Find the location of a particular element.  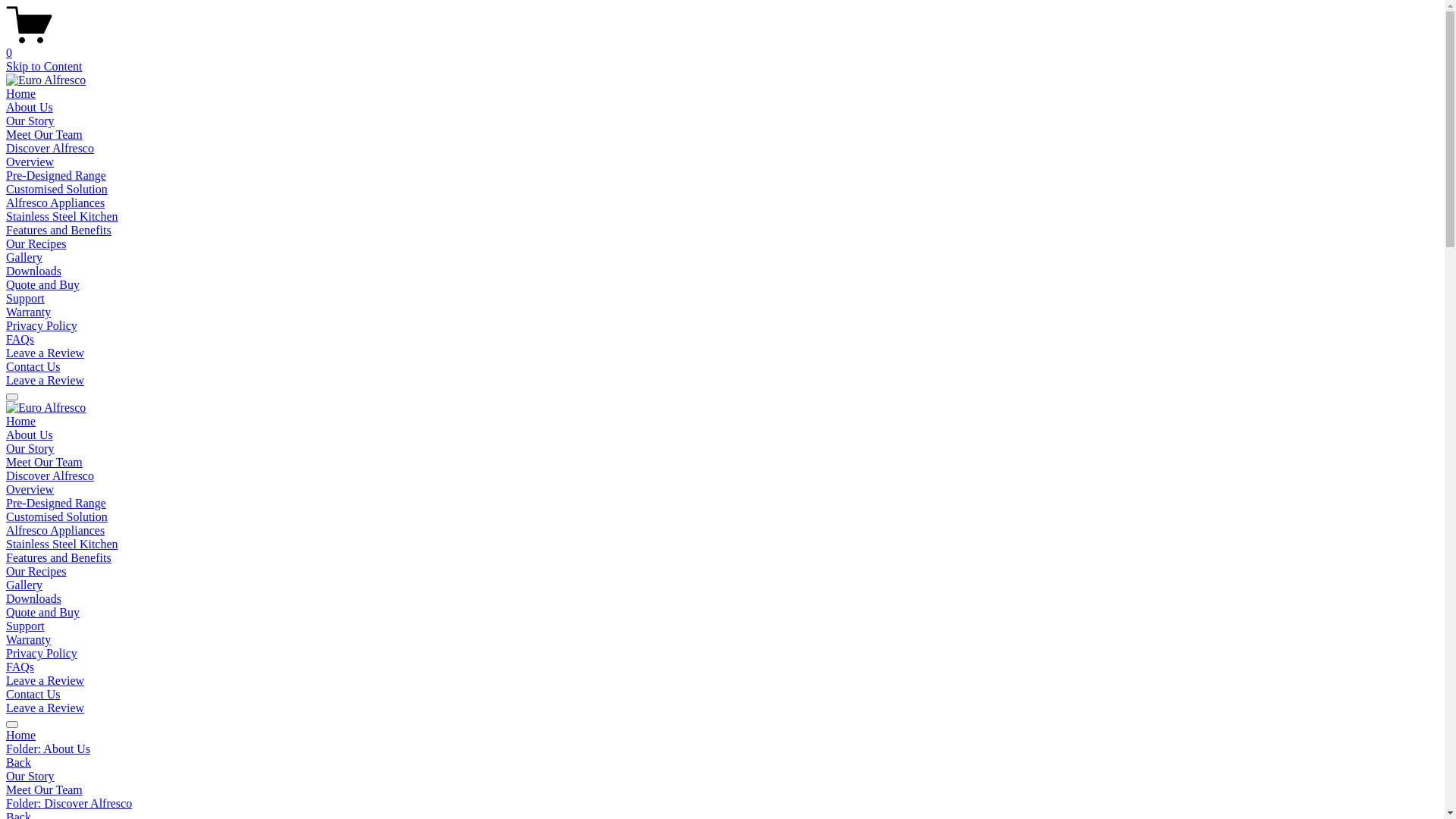

'Customised Solution' is located at coordinates (6, 188).